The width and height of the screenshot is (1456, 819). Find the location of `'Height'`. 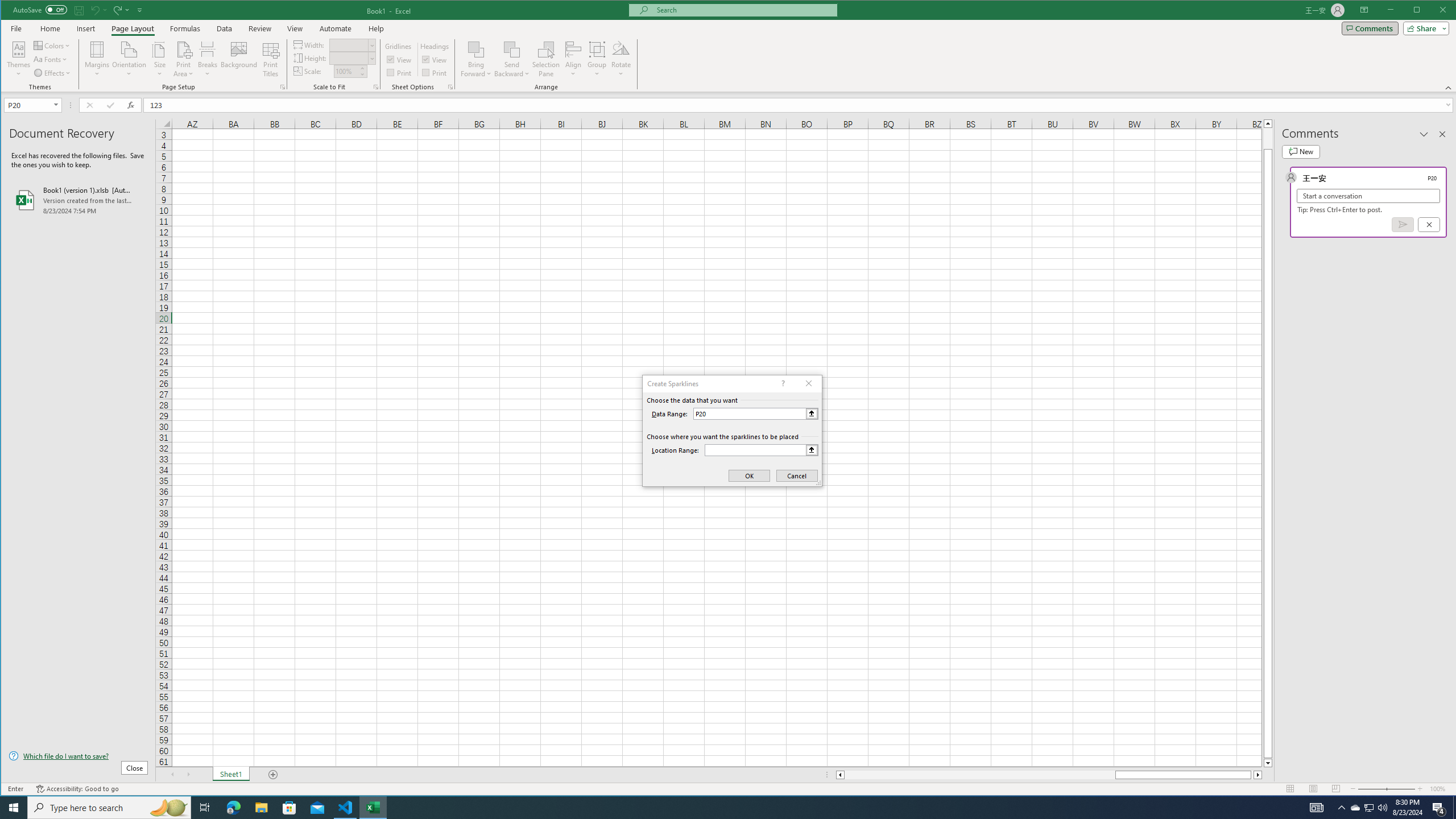

'Height' is located at coordinates (349, 58).